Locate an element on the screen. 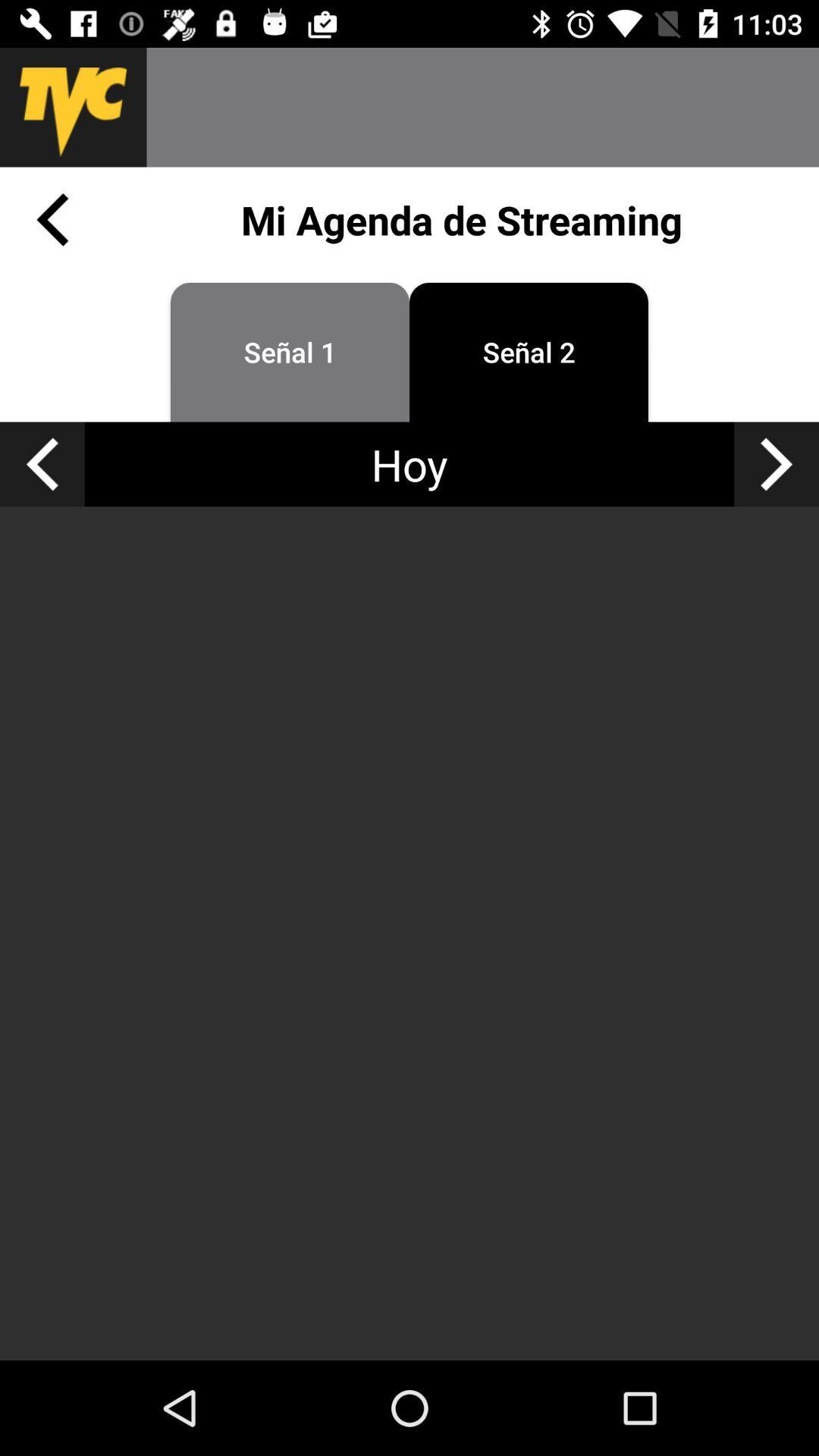 This screenshot has width=819, height=1456. the icon at the center is located at coordinates (409, 933).